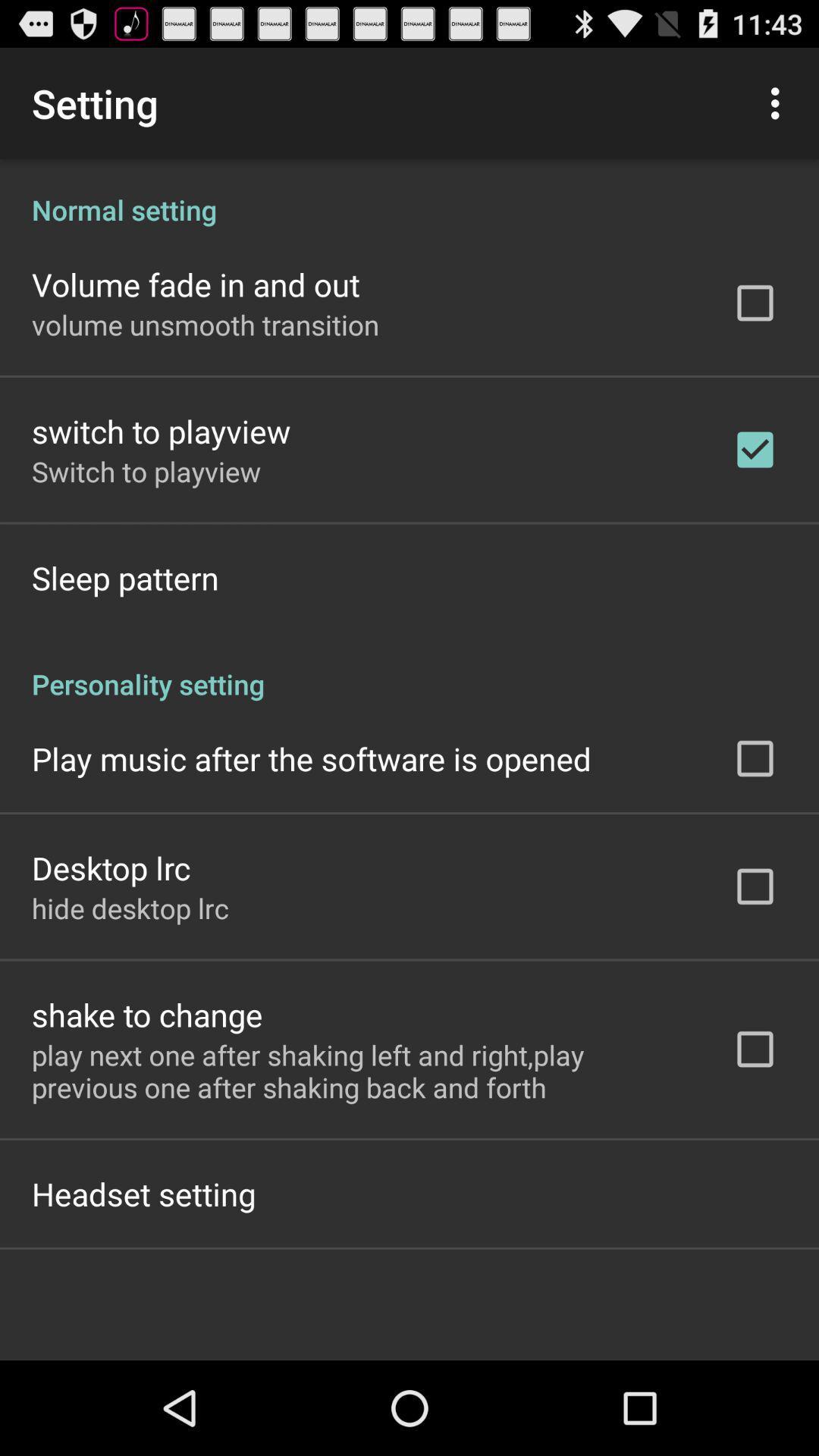  Describe the element at coordinates (409, 193) in the screenshot. I see `normal setting app` at that location.